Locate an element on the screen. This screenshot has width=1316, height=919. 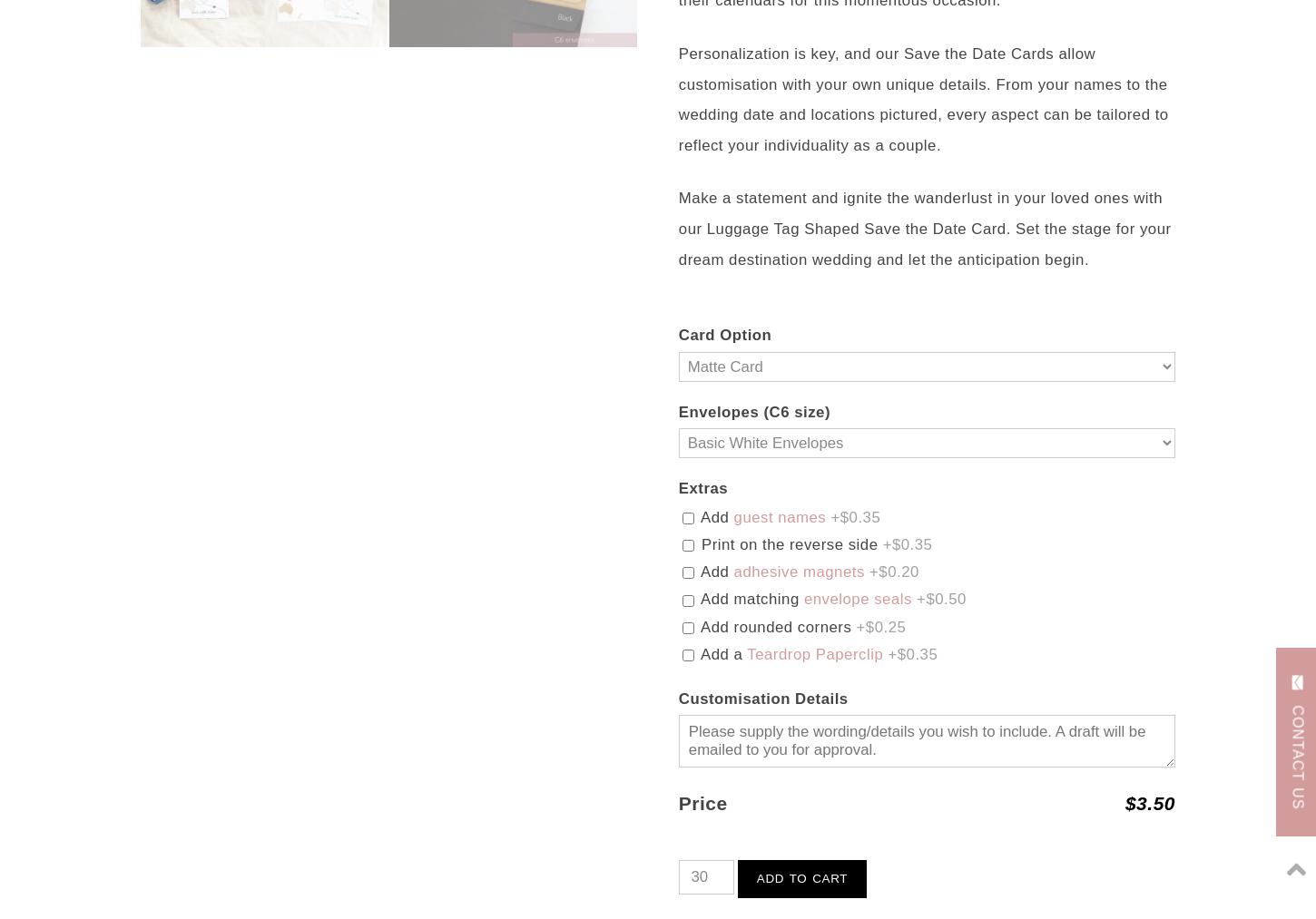
'Customisation Details' is located at coordinates (762, 698).